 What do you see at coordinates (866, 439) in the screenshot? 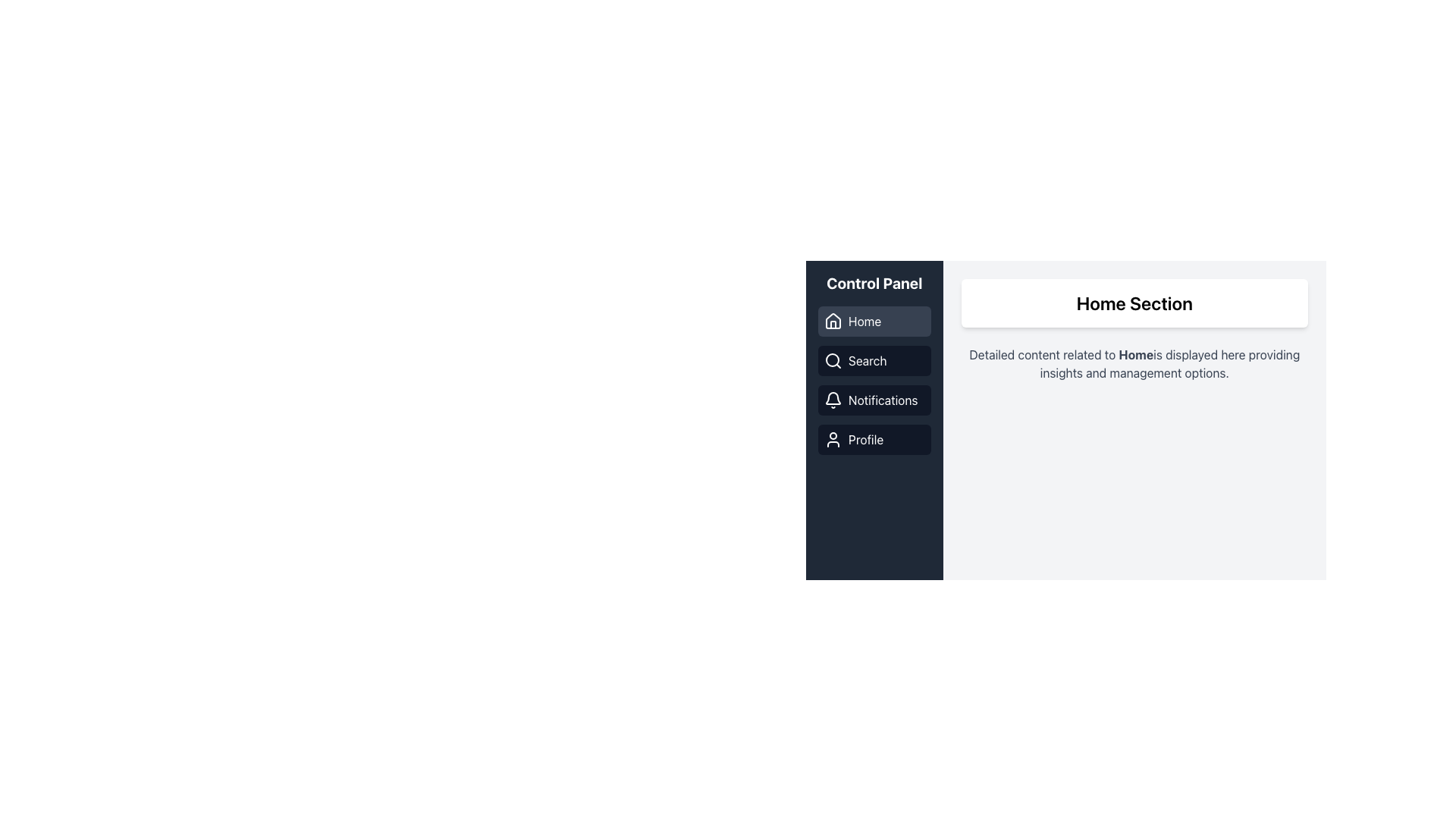
I see `text label for the 'Profile' menu option located in the sidebar navigation, immediately to the right of the user icon` at bounding box center [866, 439].